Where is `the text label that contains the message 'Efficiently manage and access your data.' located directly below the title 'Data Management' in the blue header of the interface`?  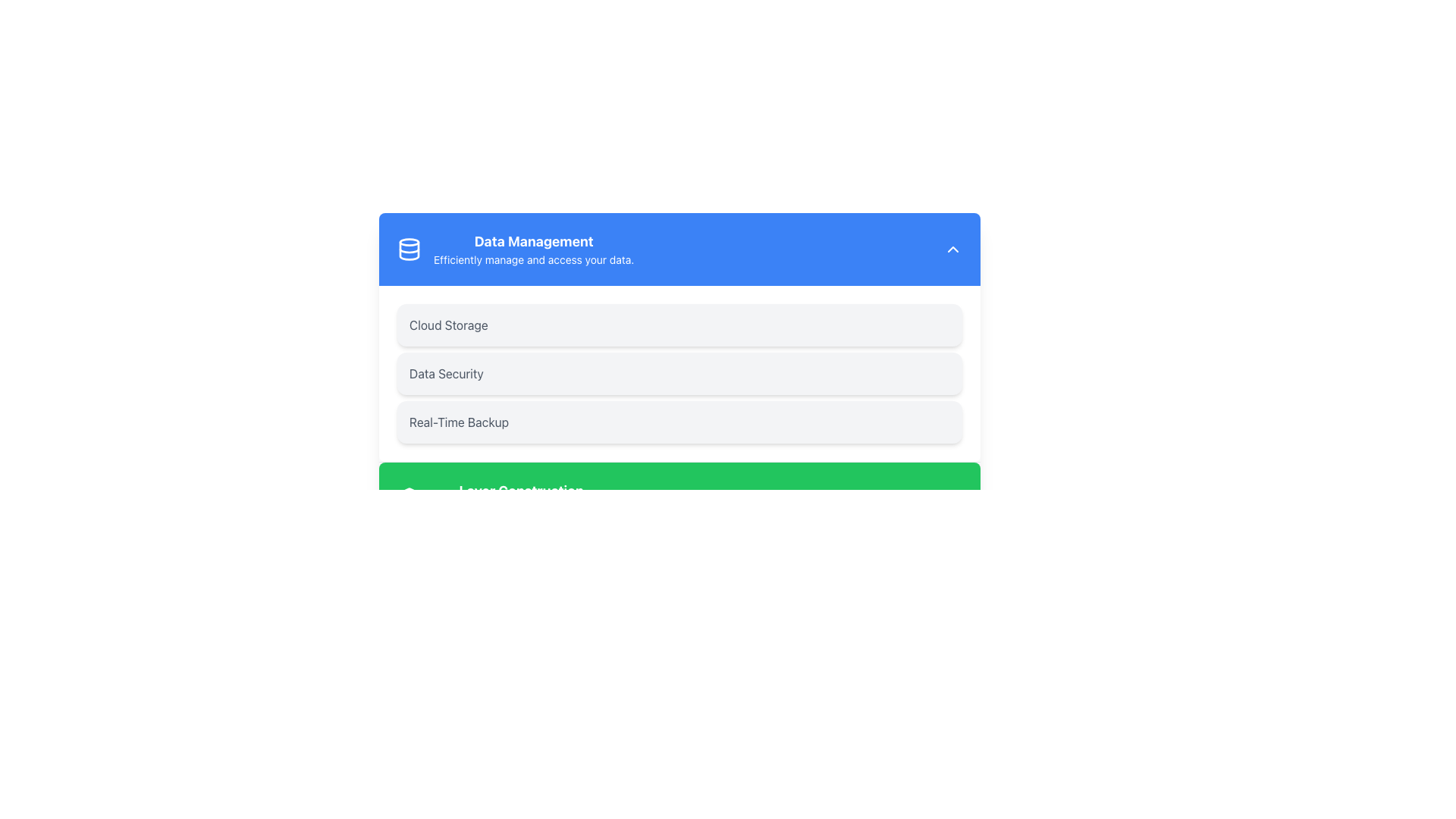 the text label that contains the message 'Efficiently manage and access your data.' located directly below the title 'Data Management' in the blue header of the interface is located at coordinates (534, 259).